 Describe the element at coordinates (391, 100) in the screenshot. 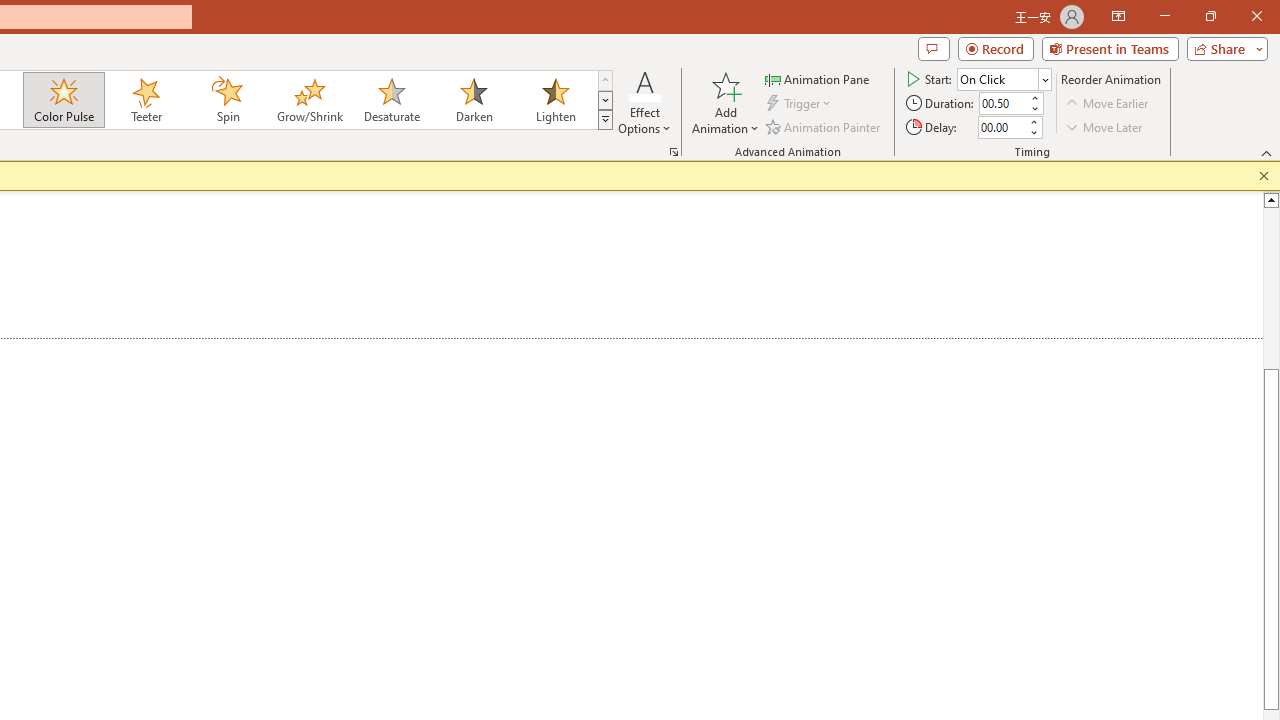

I see `'Desaturate'` at that location.